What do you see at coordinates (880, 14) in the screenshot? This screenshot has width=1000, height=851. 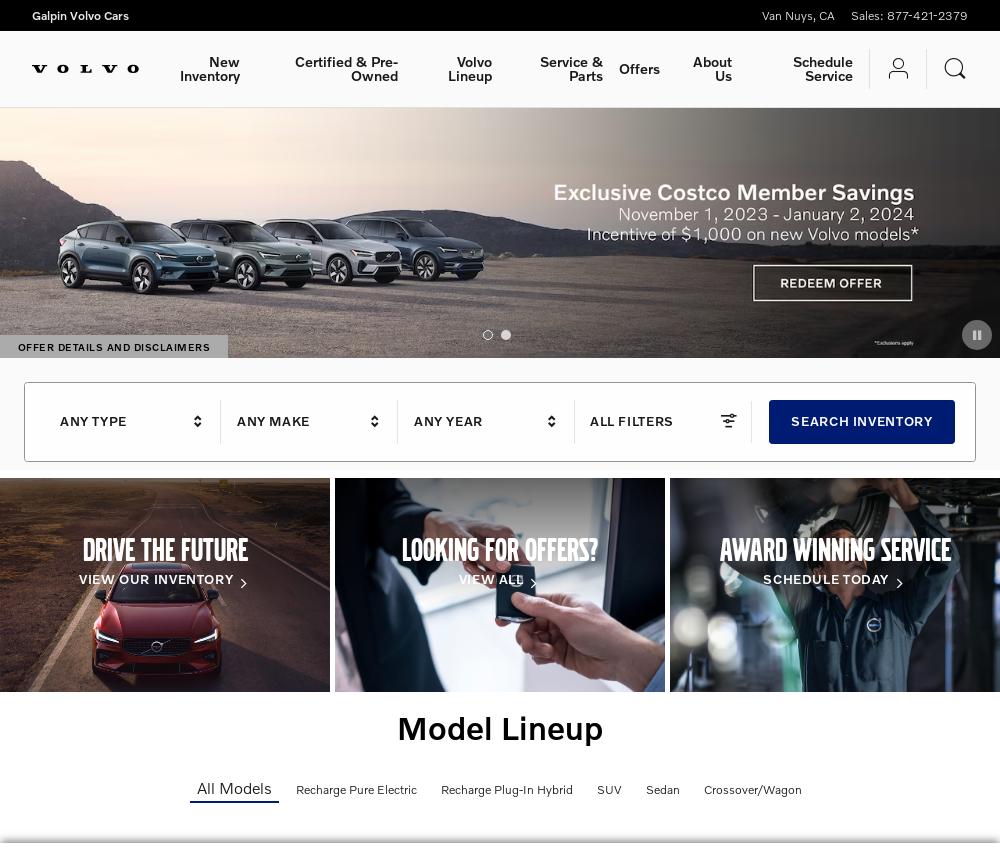 I see `':'` at bounding box center [880, 14].